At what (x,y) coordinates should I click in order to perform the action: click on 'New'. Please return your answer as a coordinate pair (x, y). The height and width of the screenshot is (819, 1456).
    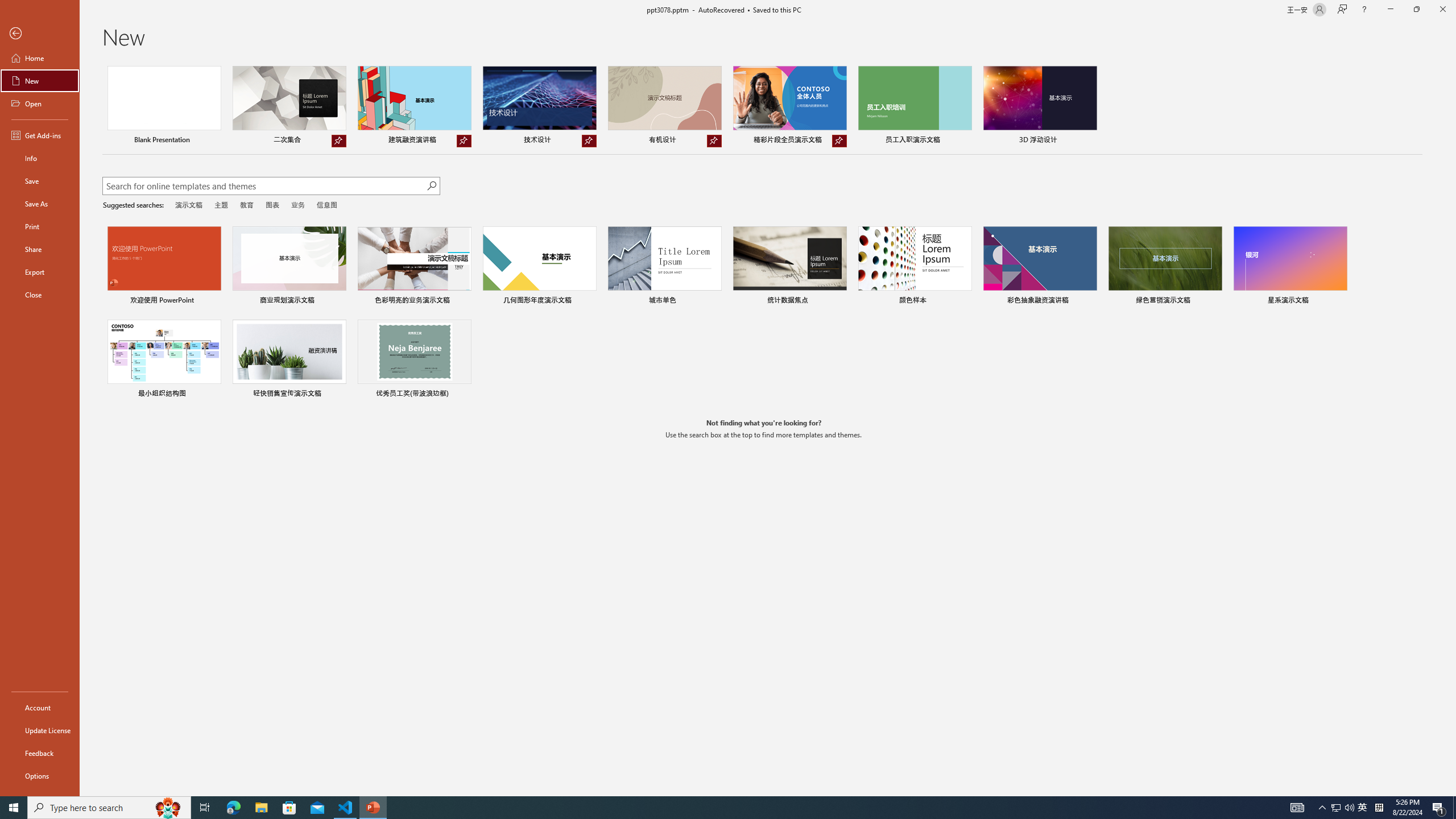
    Looking at the image, I should click on (39, 80).